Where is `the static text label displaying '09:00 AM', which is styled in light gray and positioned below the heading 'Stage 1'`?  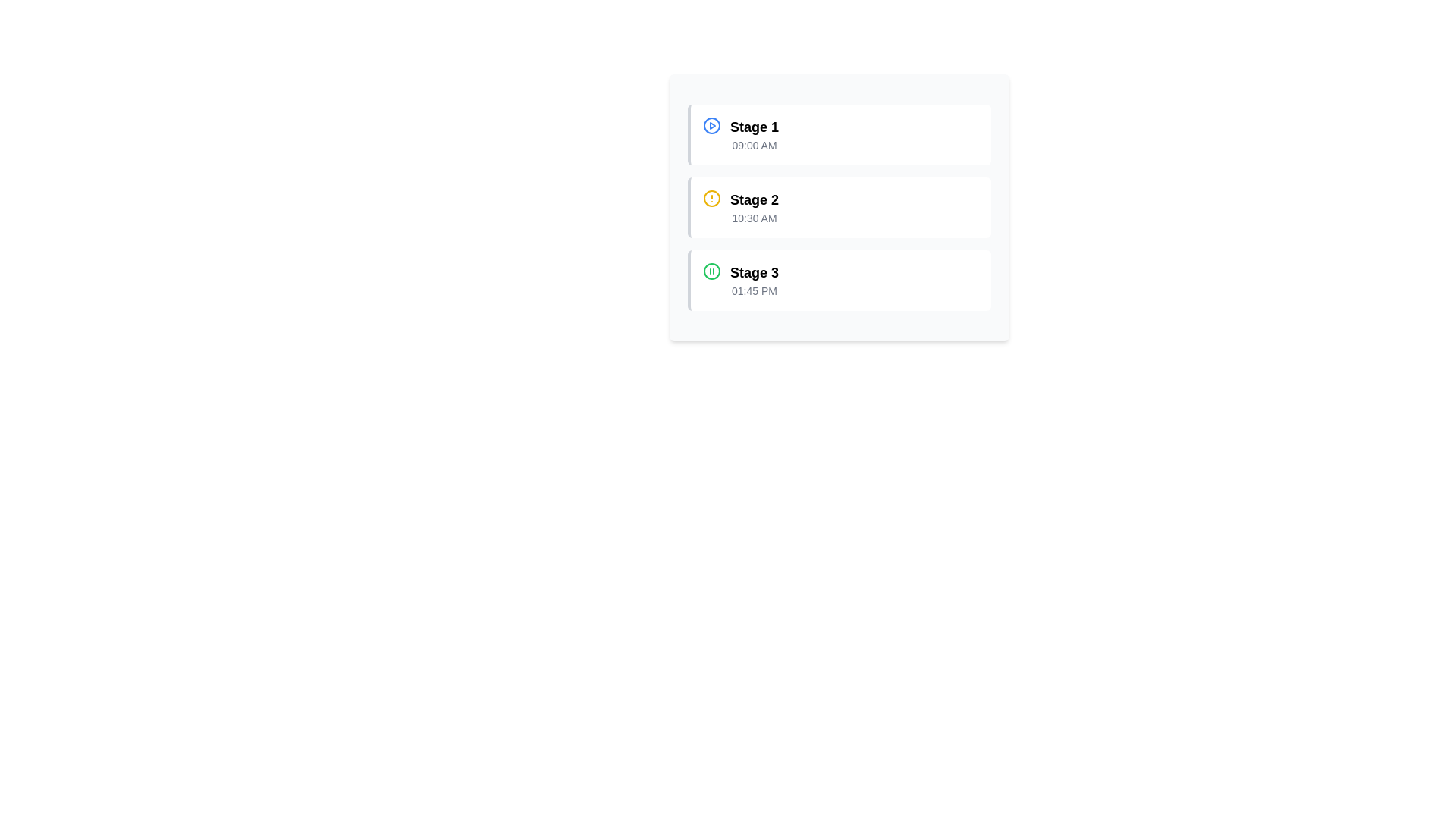
the static text label displaying '09:00 AM', which is styled in light gray and positioned below the heading 'Stage 1' is located at coordinates (754, 146).